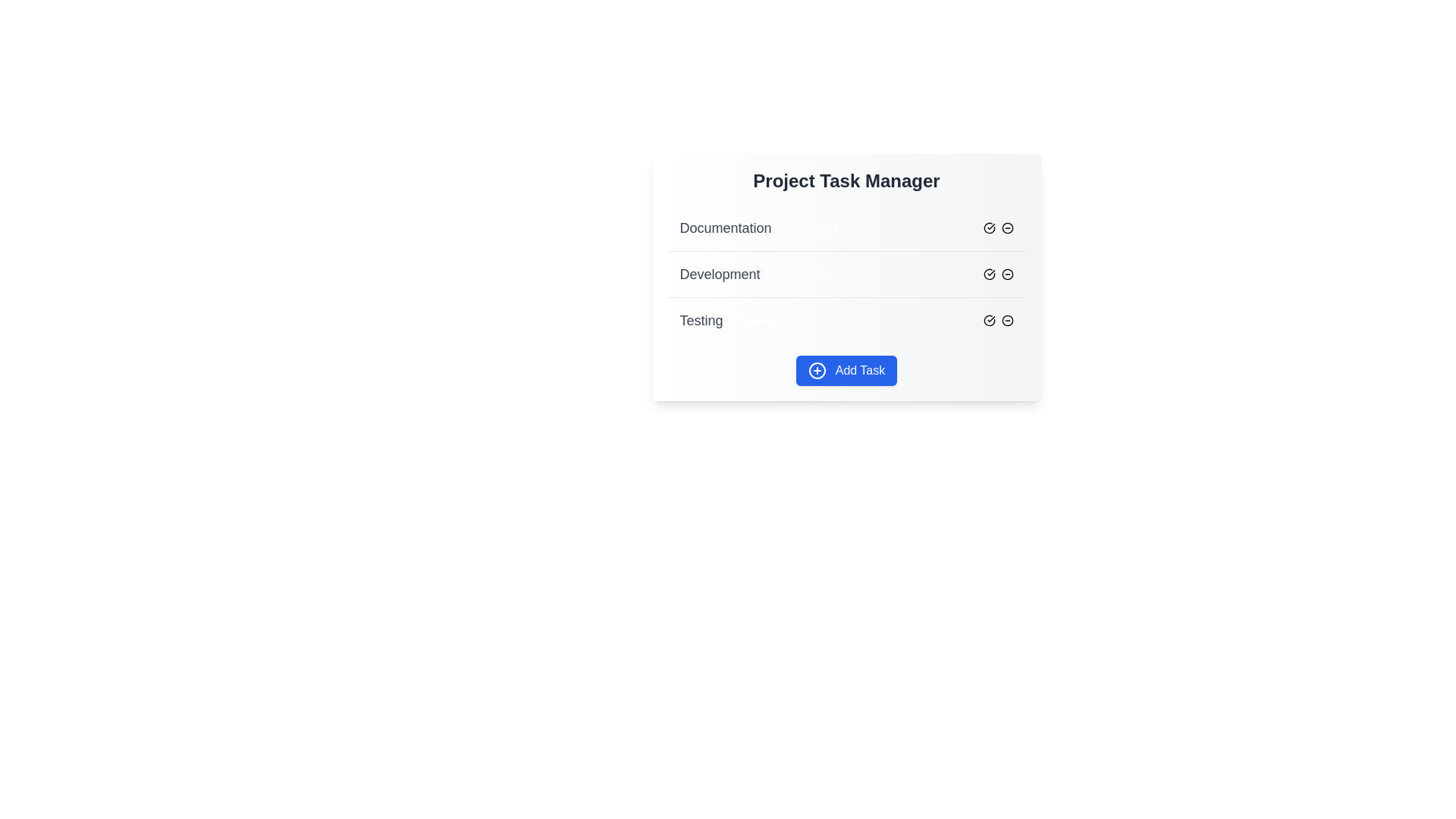  What do you see at coordinates (989, 227) in the screenshot?
I see `the icon button for the 'Documentation' task` at bounding box center [989, 227].